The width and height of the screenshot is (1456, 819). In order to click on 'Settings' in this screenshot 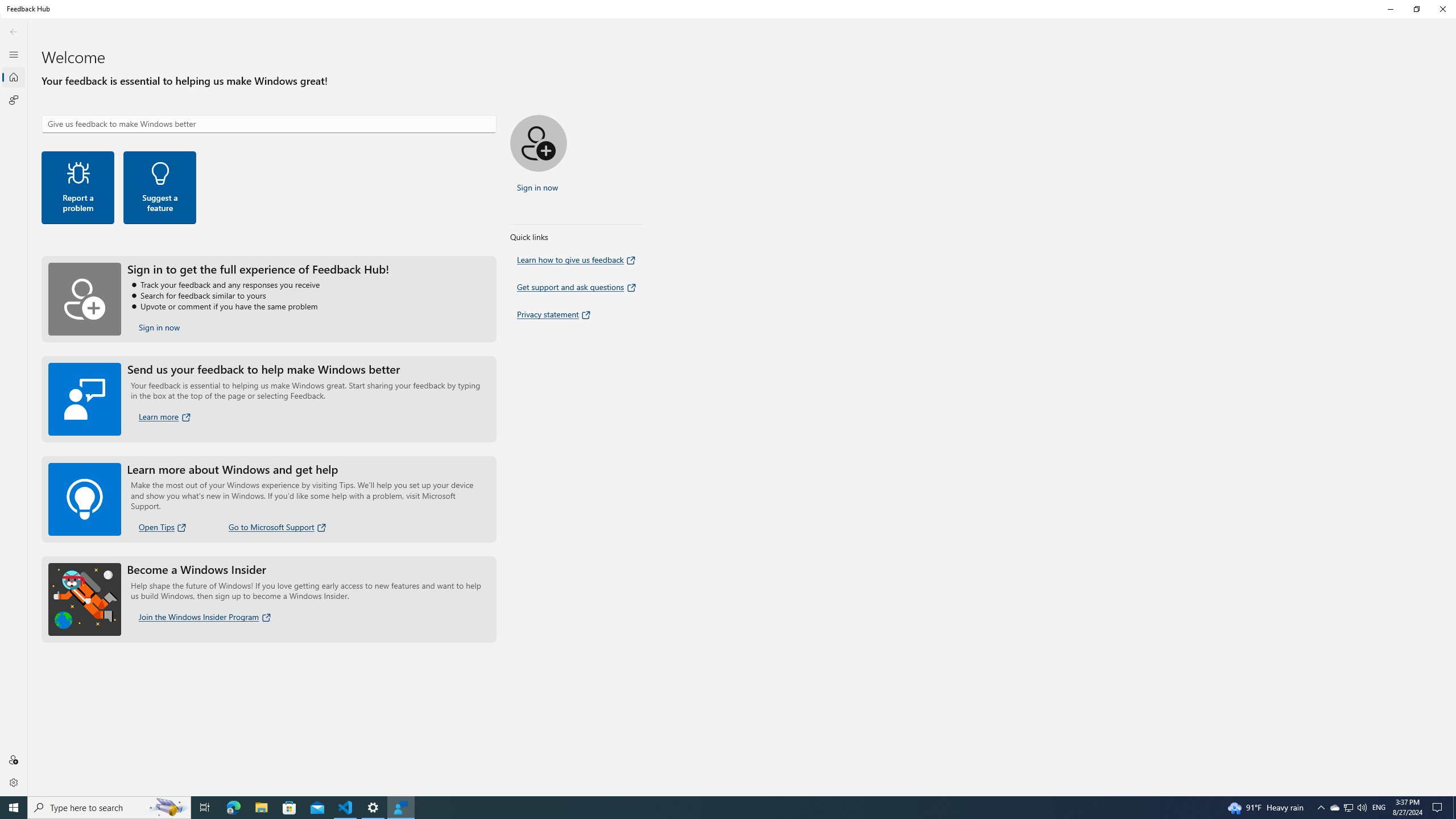, I will do `click(14, 781)`.